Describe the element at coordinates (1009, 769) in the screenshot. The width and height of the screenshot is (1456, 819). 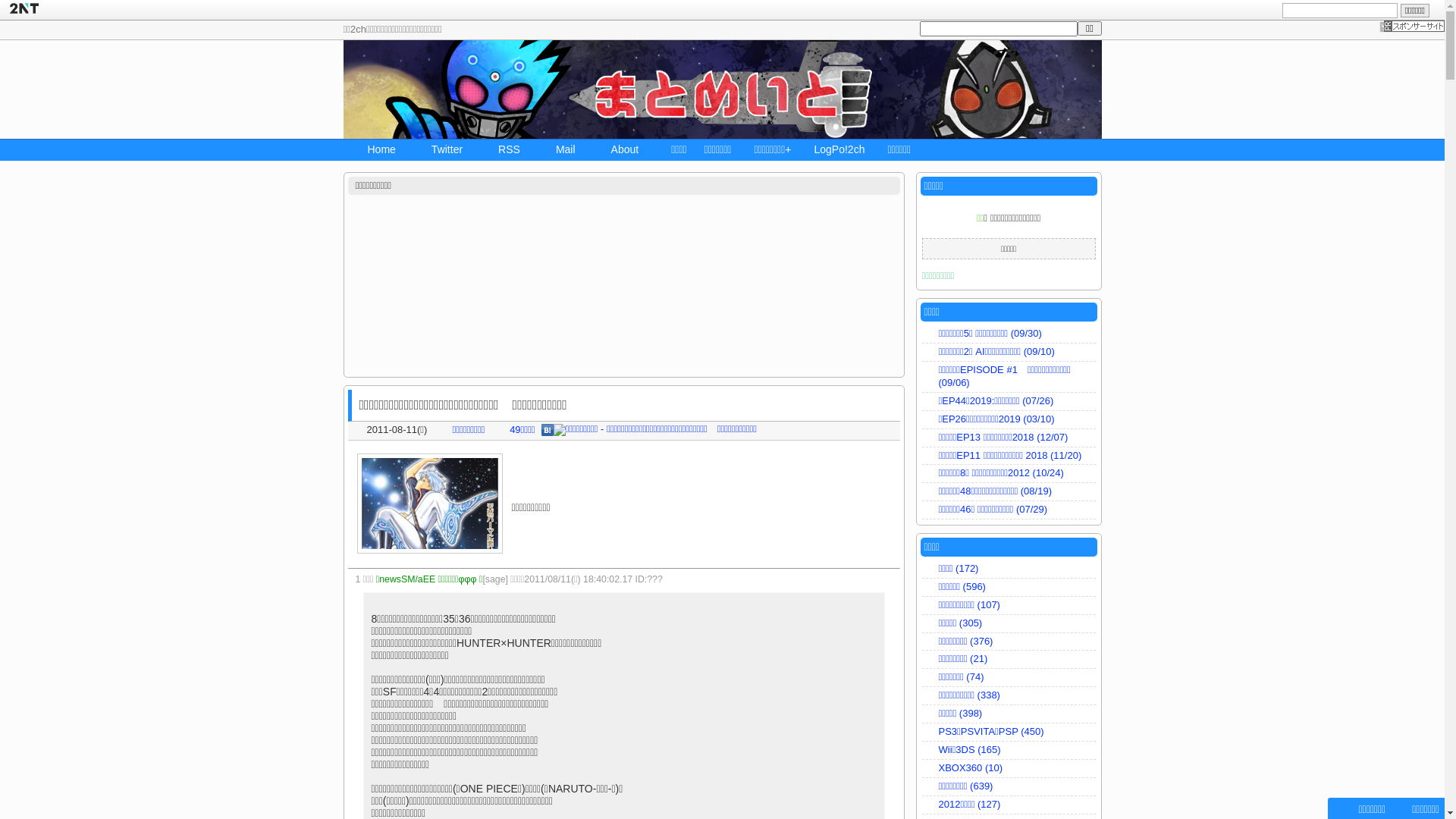
I see `'XBOX360 (10)'` at that location.